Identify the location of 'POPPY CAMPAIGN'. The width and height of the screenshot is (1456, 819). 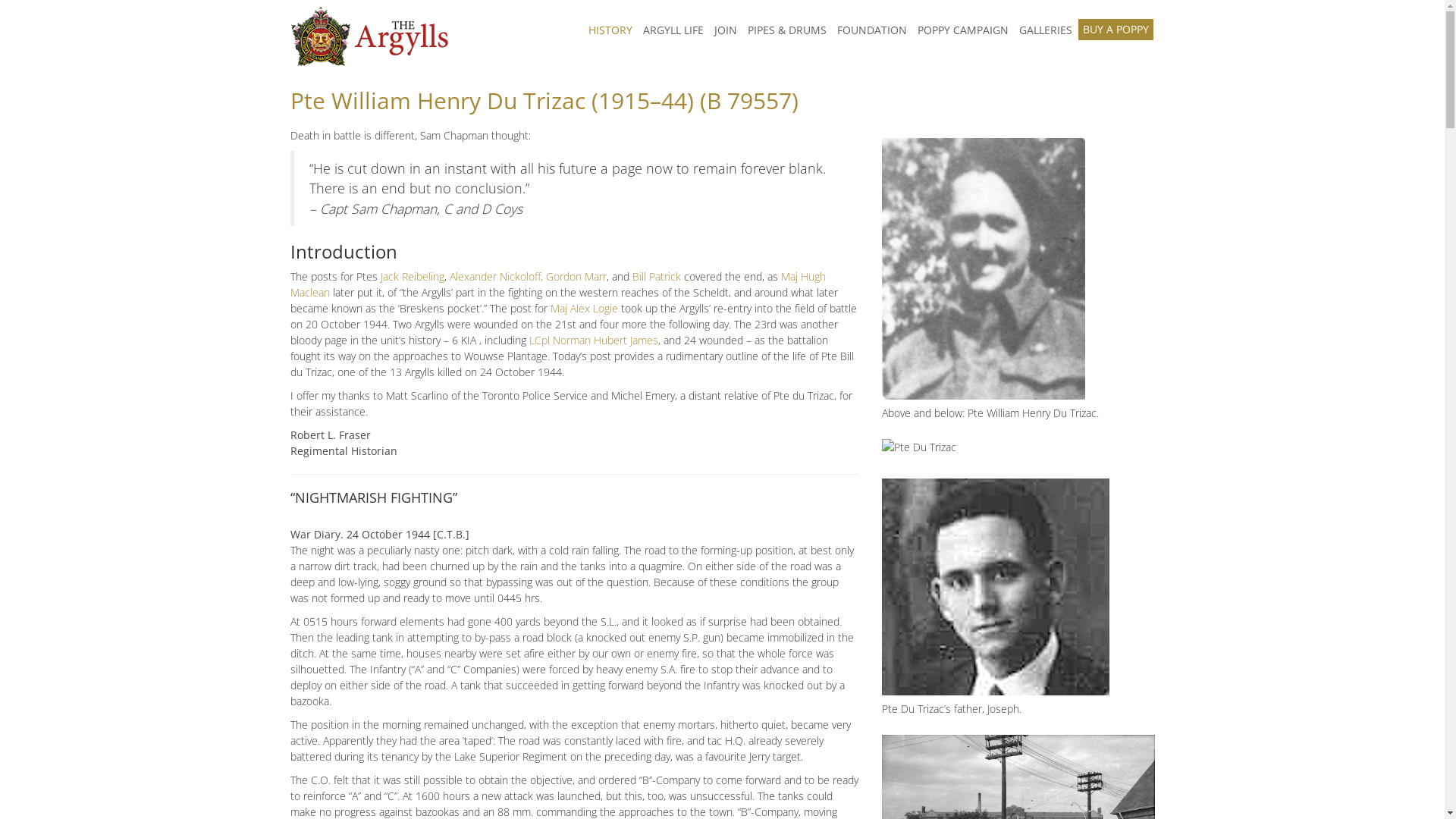
(961, 30).